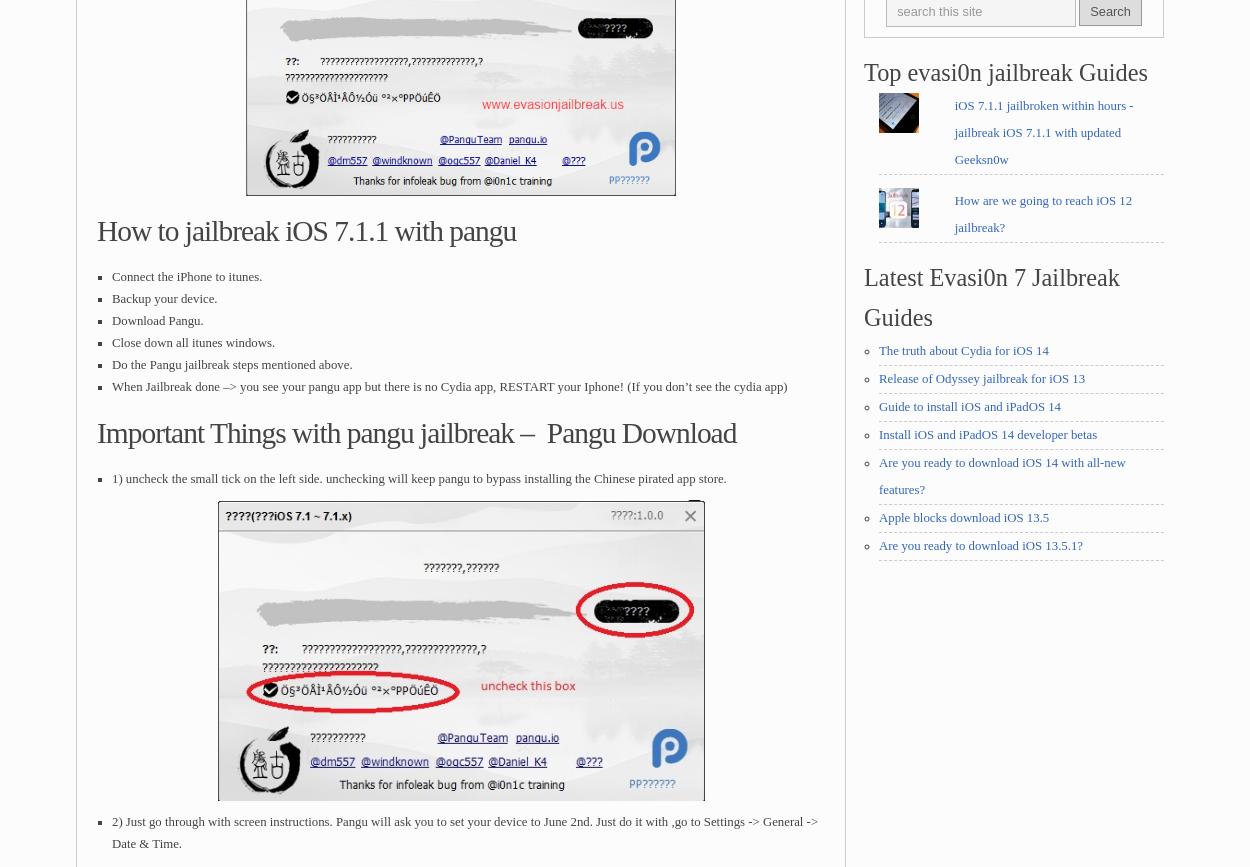 The height and width of the screenshot is (867, 1250). I want to click on 'Connect the iPhone to itunes.', so click(187, 277).